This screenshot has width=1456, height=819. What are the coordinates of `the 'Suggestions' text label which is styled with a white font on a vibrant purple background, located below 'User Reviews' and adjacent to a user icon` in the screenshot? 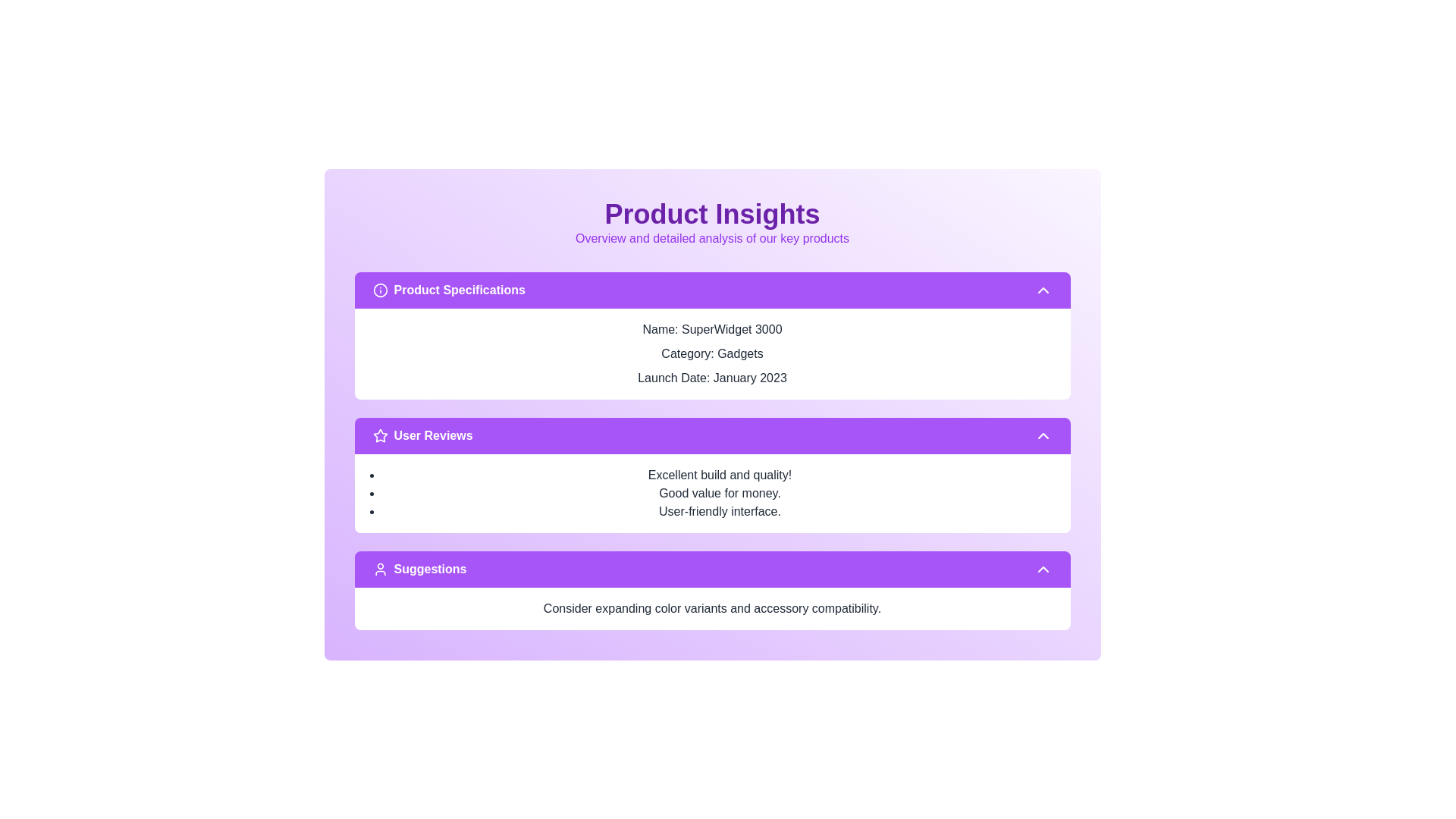 It's located at (429, 570).